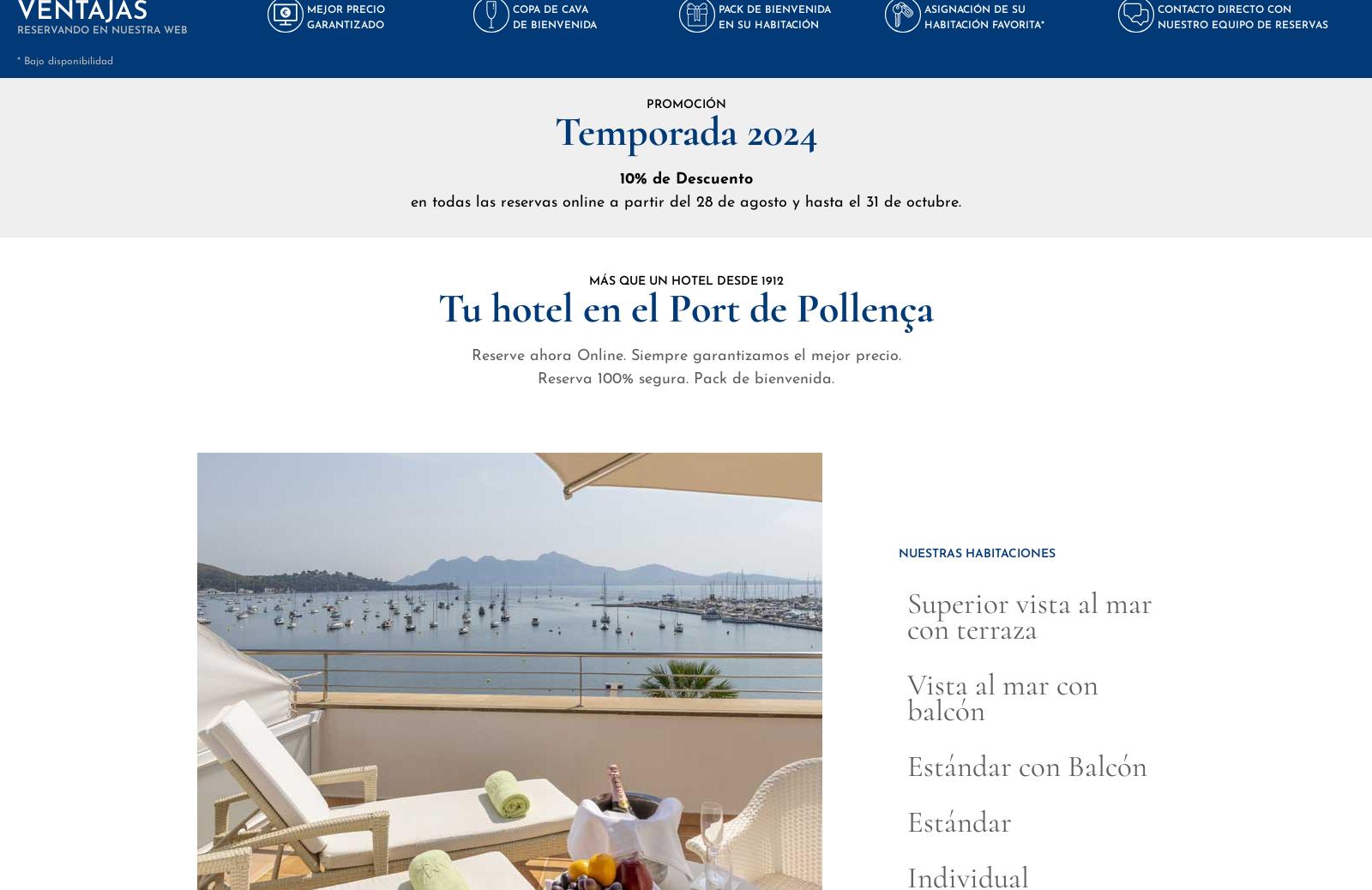  I want to click on '* Bajo disponibilidad', so click(64, 61).